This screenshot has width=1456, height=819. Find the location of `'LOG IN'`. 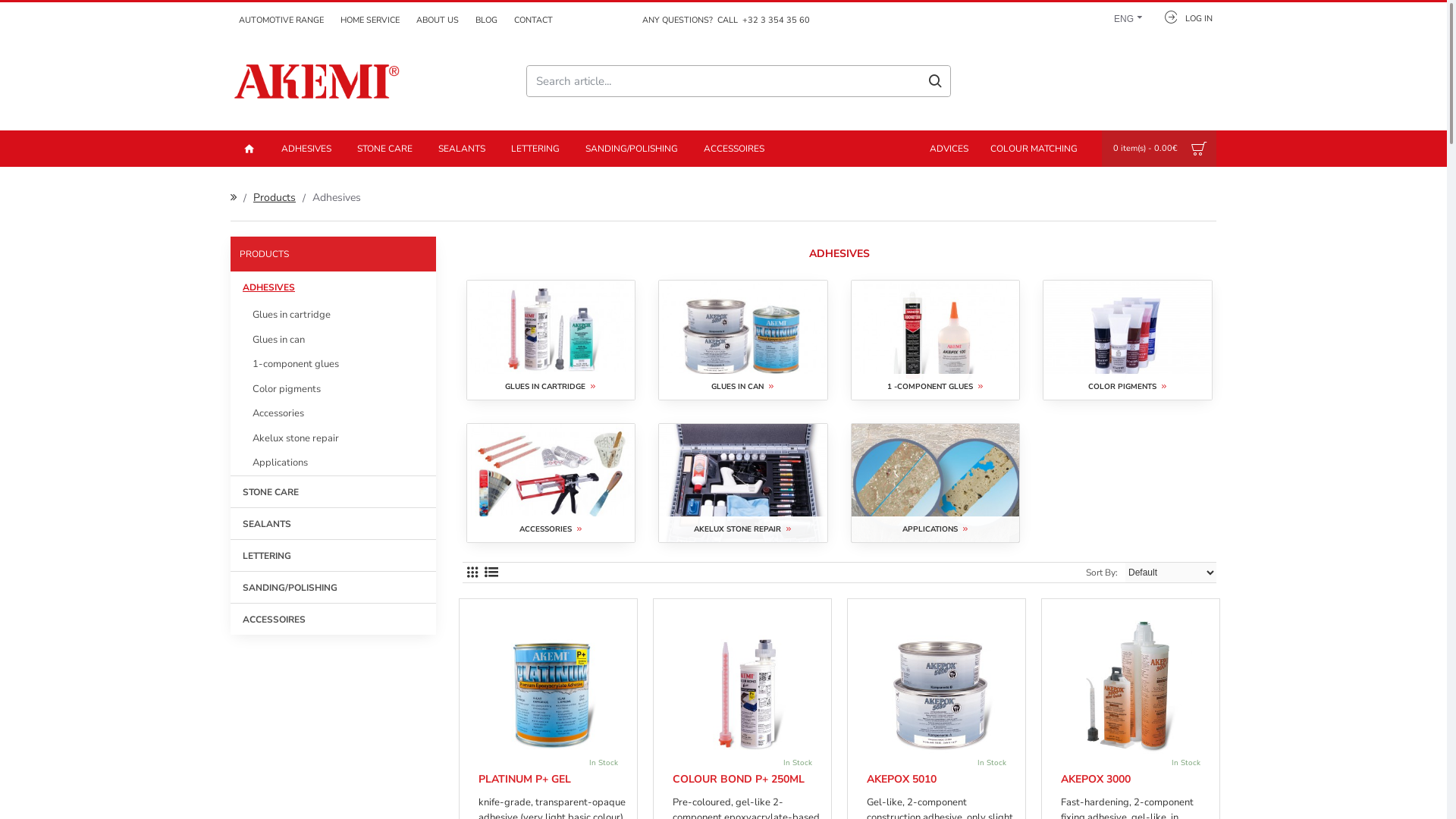

'LOG IN' is located at coordinates (1150, 16).